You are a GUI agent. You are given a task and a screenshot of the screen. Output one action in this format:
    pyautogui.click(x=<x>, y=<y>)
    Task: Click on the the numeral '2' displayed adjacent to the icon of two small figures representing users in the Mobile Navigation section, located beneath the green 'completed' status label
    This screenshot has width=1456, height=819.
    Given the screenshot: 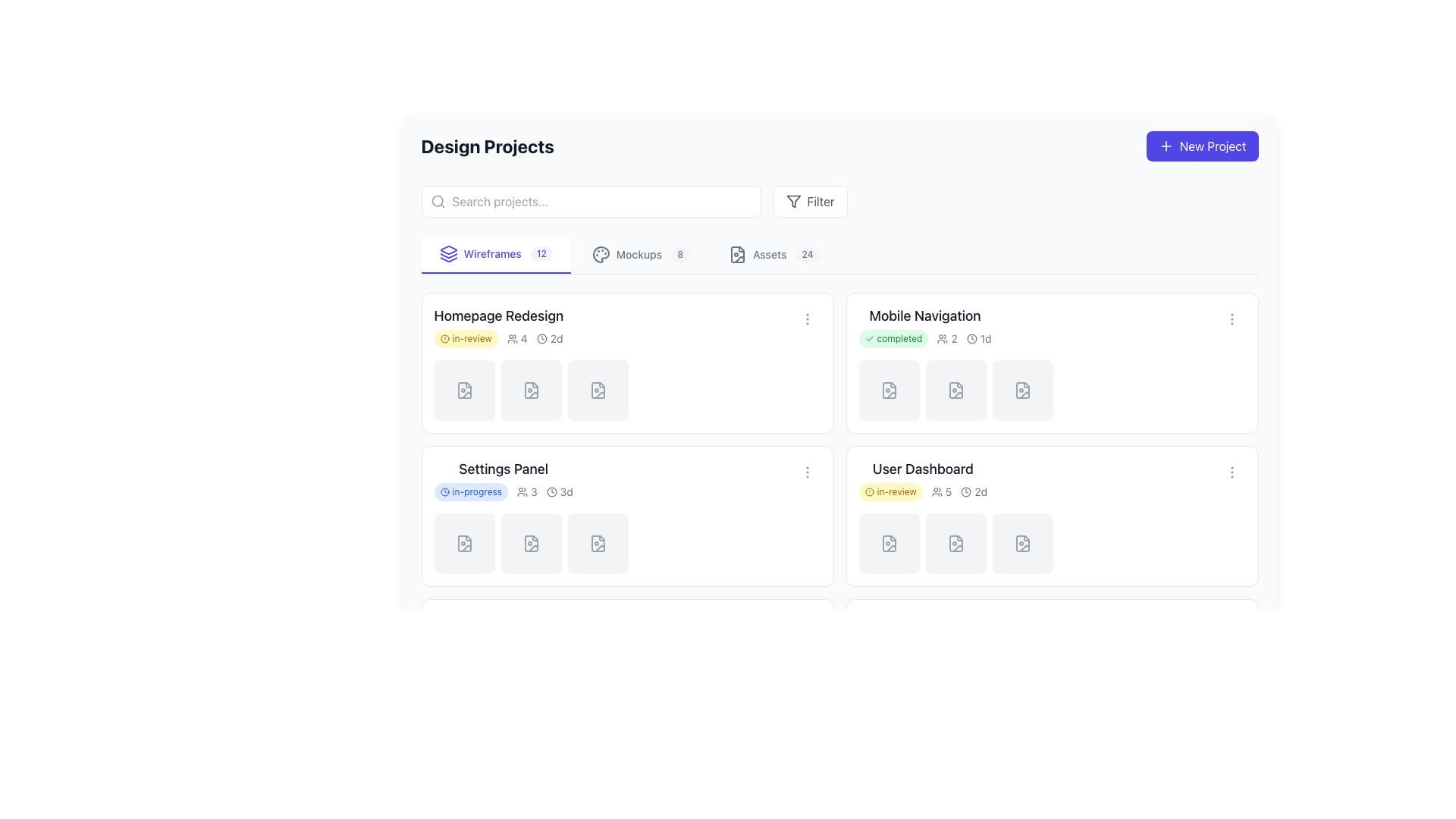 What is the action you would take?
    pyautogui.click(x=946, y=338)
    